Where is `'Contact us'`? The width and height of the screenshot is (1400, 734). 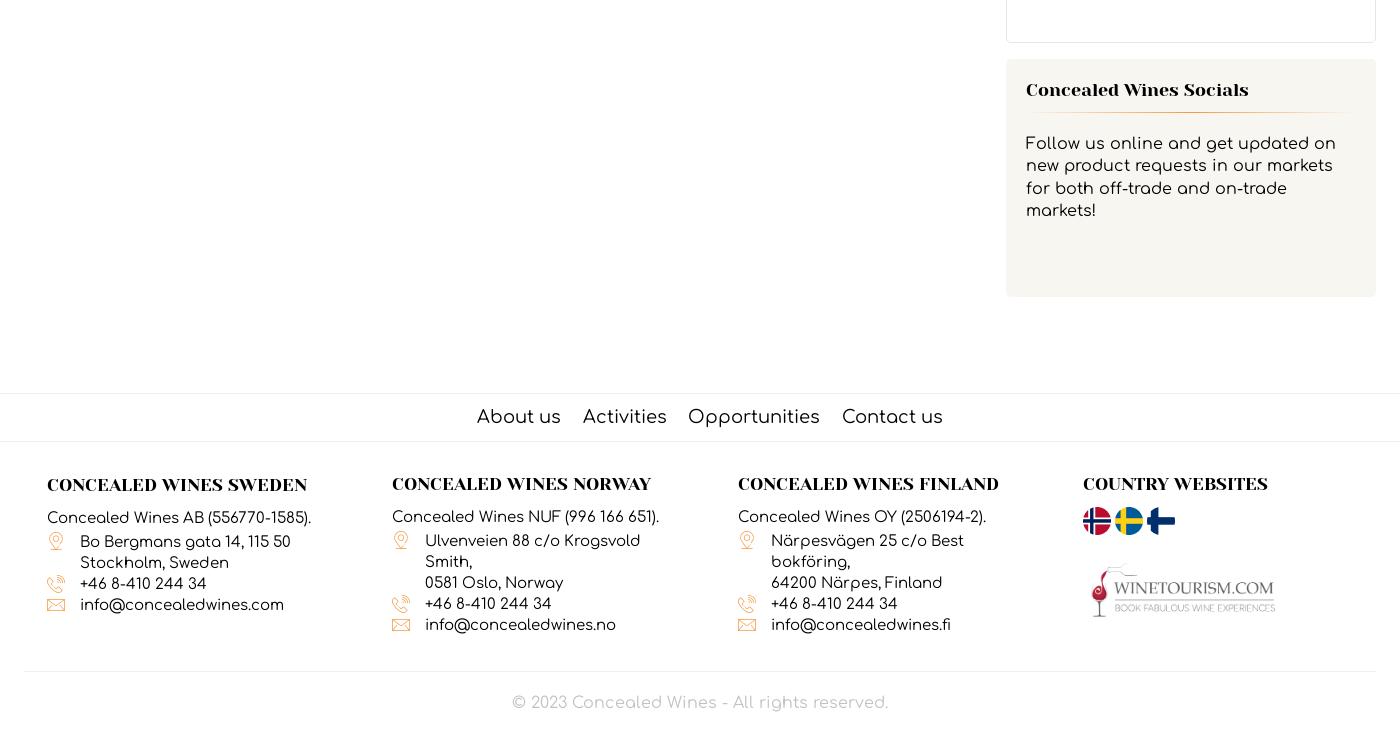
'Contact us' is located at coordinates (840, 415).